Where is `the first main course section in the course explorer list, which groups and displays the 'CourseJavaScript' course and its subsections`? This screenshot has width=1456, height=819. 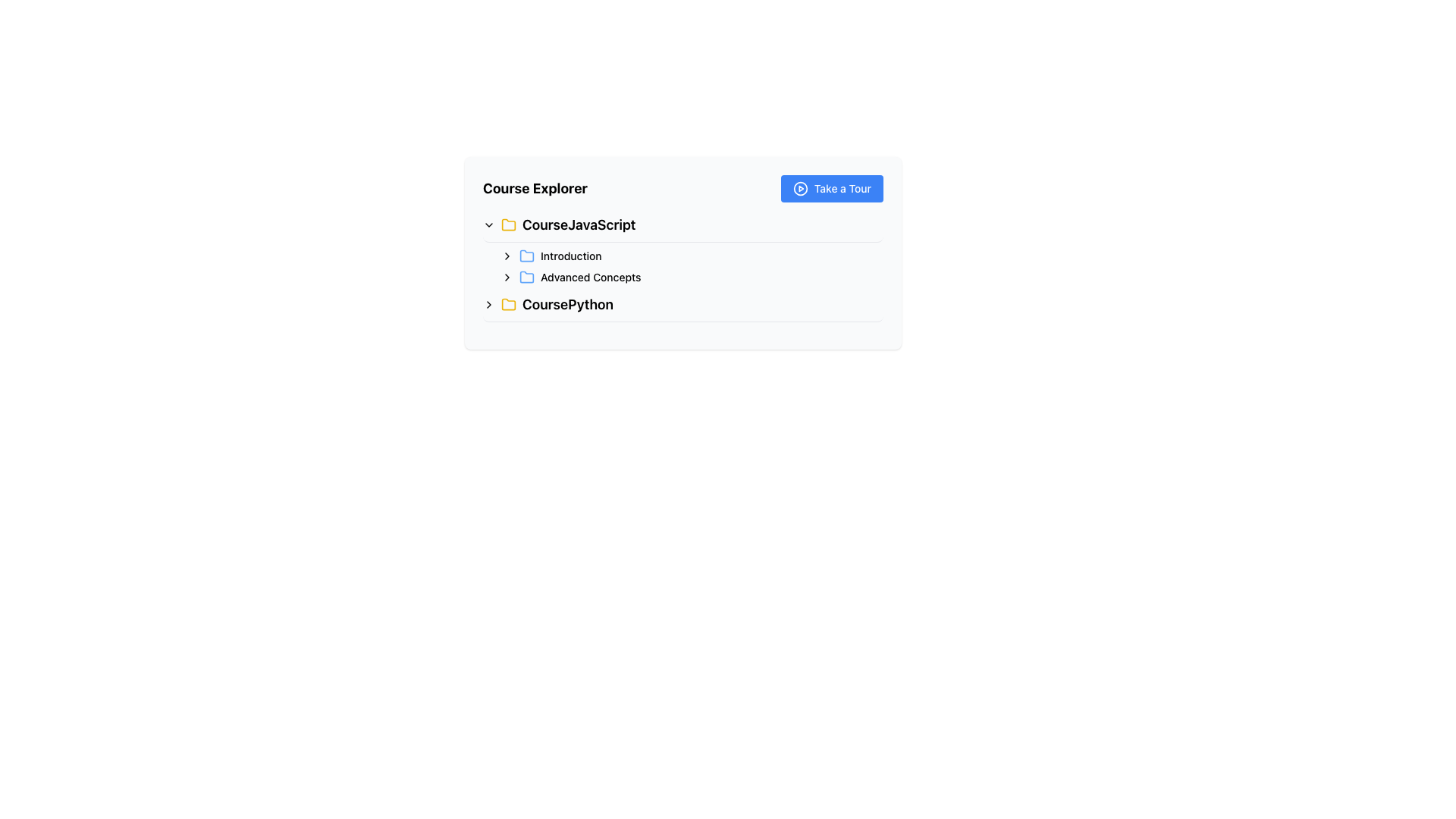
the first main course section in the course explorer list, which groups and displays the 'CourseJavaScript' course and its subsections is located at coordinates (682, 249).